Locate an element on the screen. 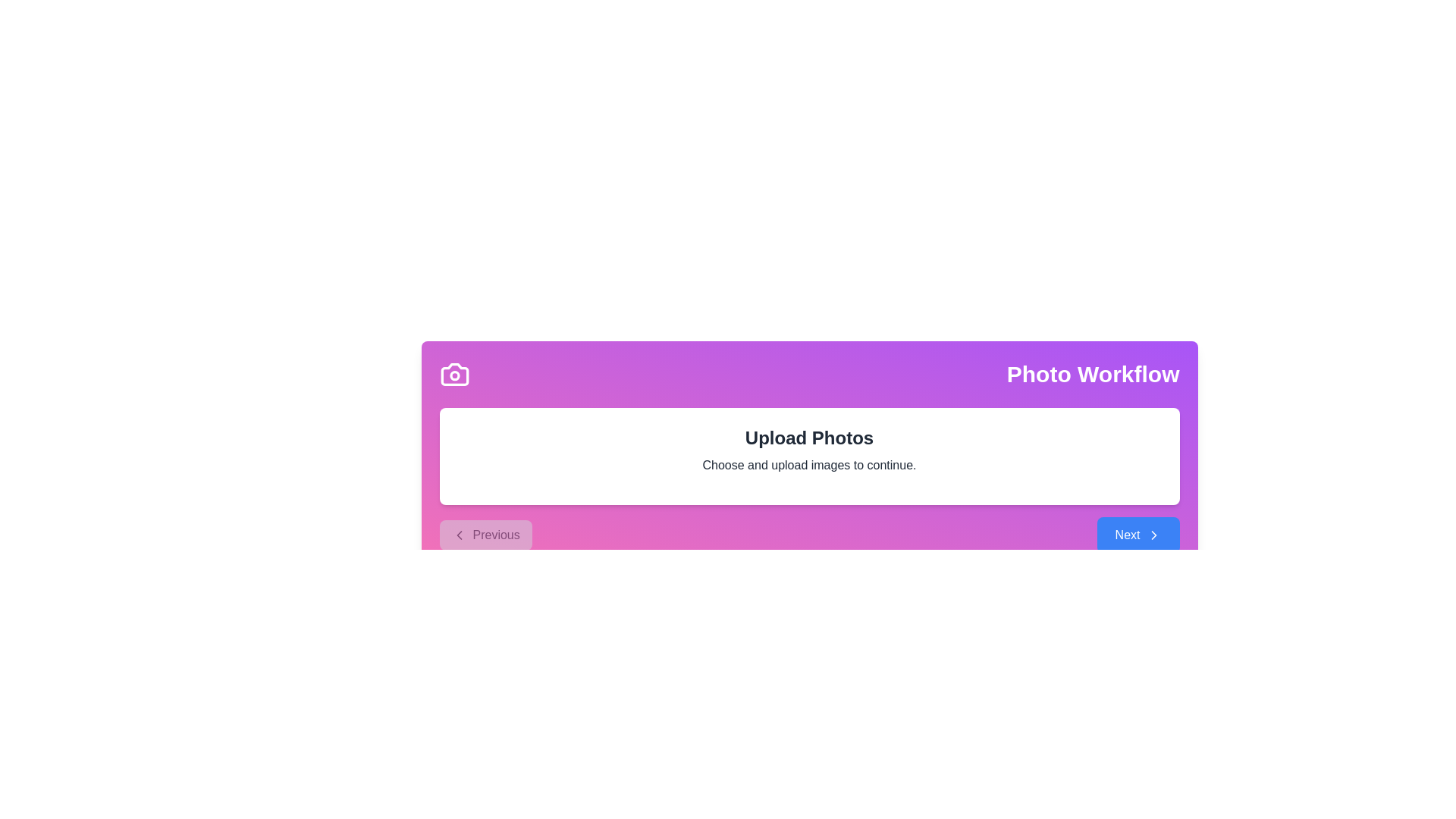  the 'Previous' navigation icon located at the bottom-left corner of the card's content area is located at coordinates (458, 534).